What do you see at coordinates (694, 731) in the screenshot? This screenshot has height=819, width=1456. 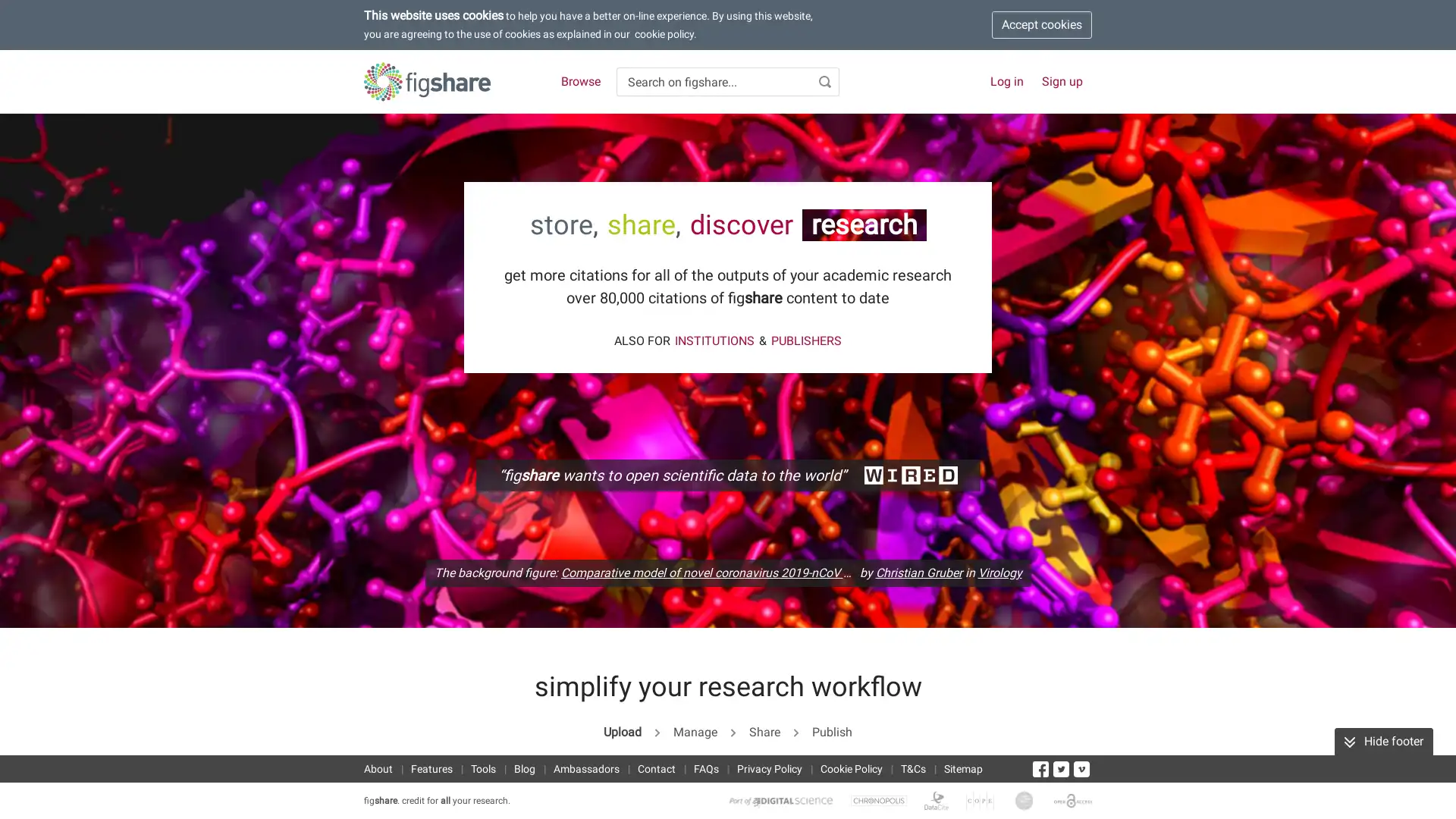 I see `Manage` at bounding box center [694, 731].